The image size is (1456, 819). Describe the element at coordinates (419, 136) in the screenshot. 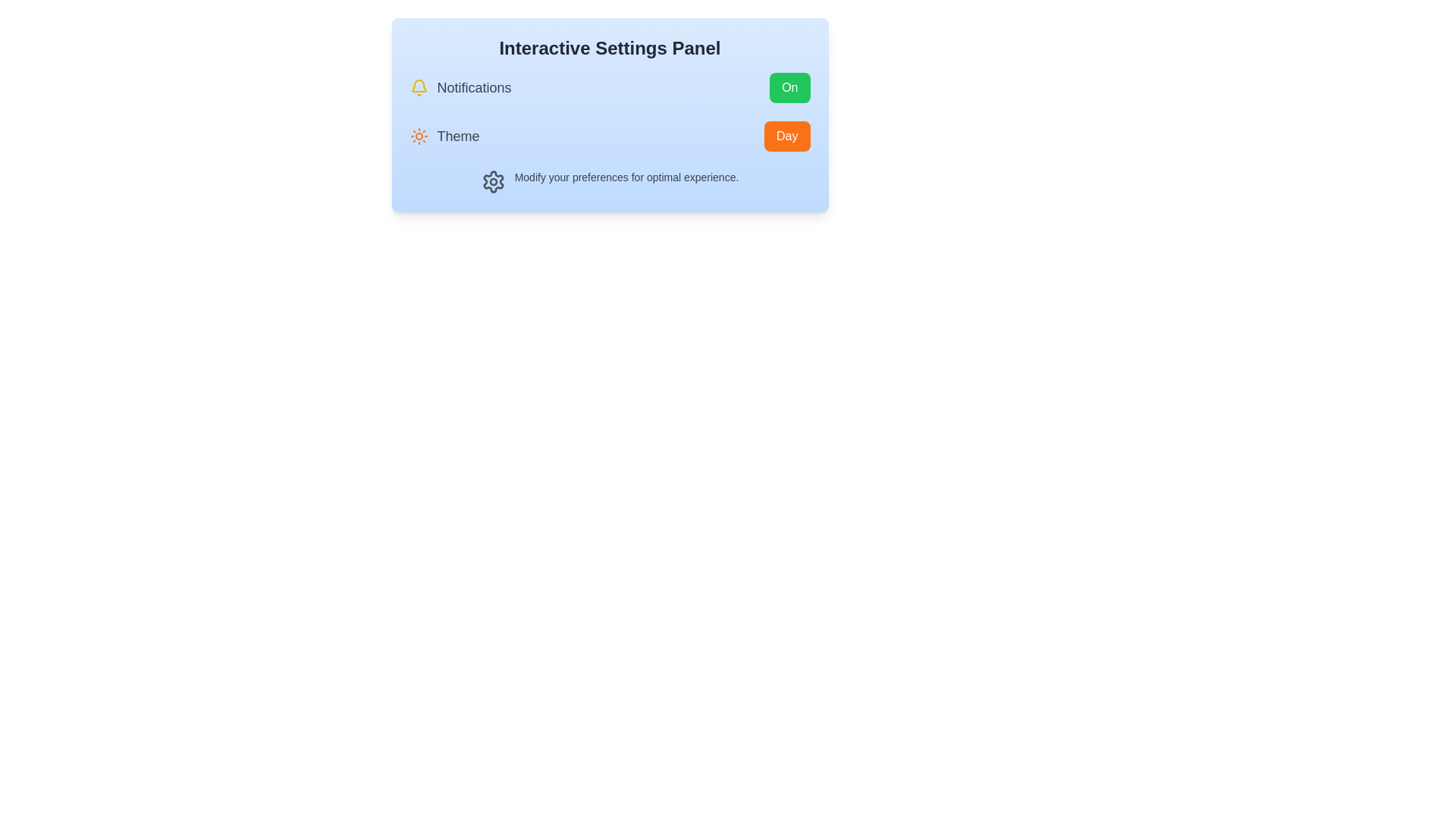

I see `the 'Day' theme icon located in the 'Theme' section, which is positioned to the left of the 'Theme' text label` at that location.